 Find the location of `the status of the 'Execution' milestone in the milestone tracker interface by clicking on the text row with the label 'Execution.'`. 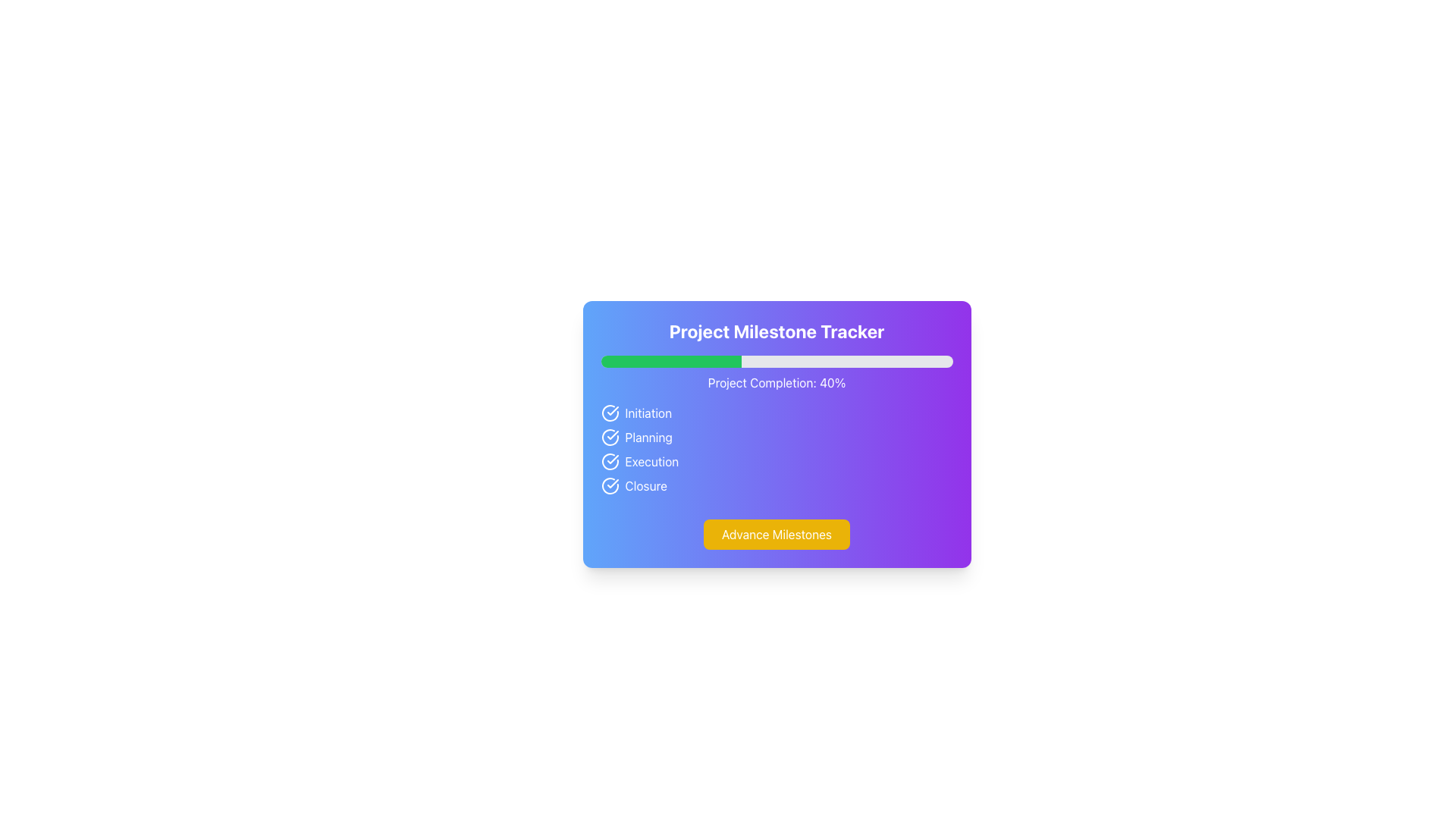

the status of the 'Execution' milestone in the milestone tracker interface by clicking on the text row with the label 'Execution.' is located at coordinates (777, 461).